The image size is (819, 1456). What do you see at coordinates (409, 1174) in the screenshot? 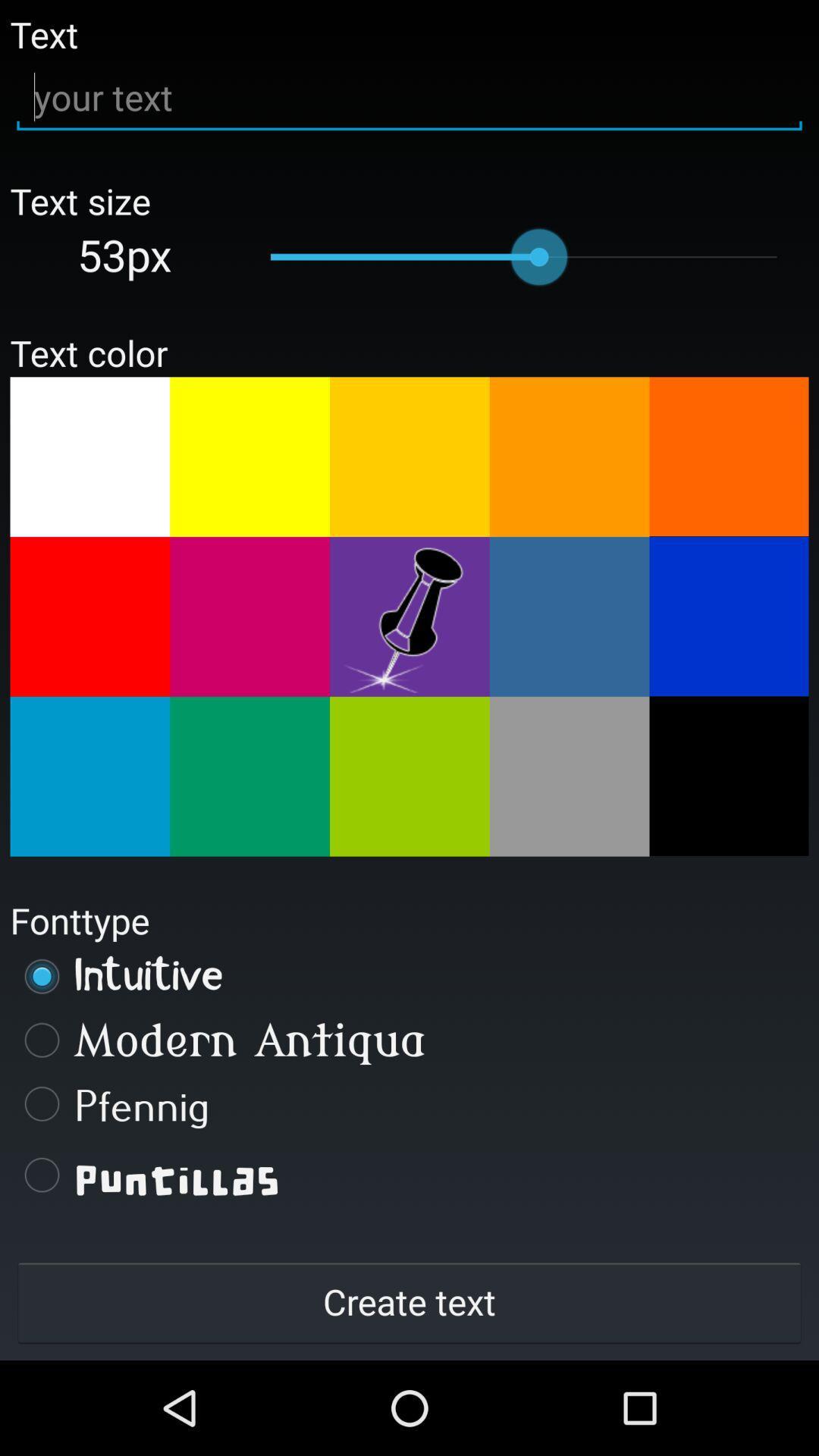
I see `icon above the create text` at bounding box center [409, 1174].